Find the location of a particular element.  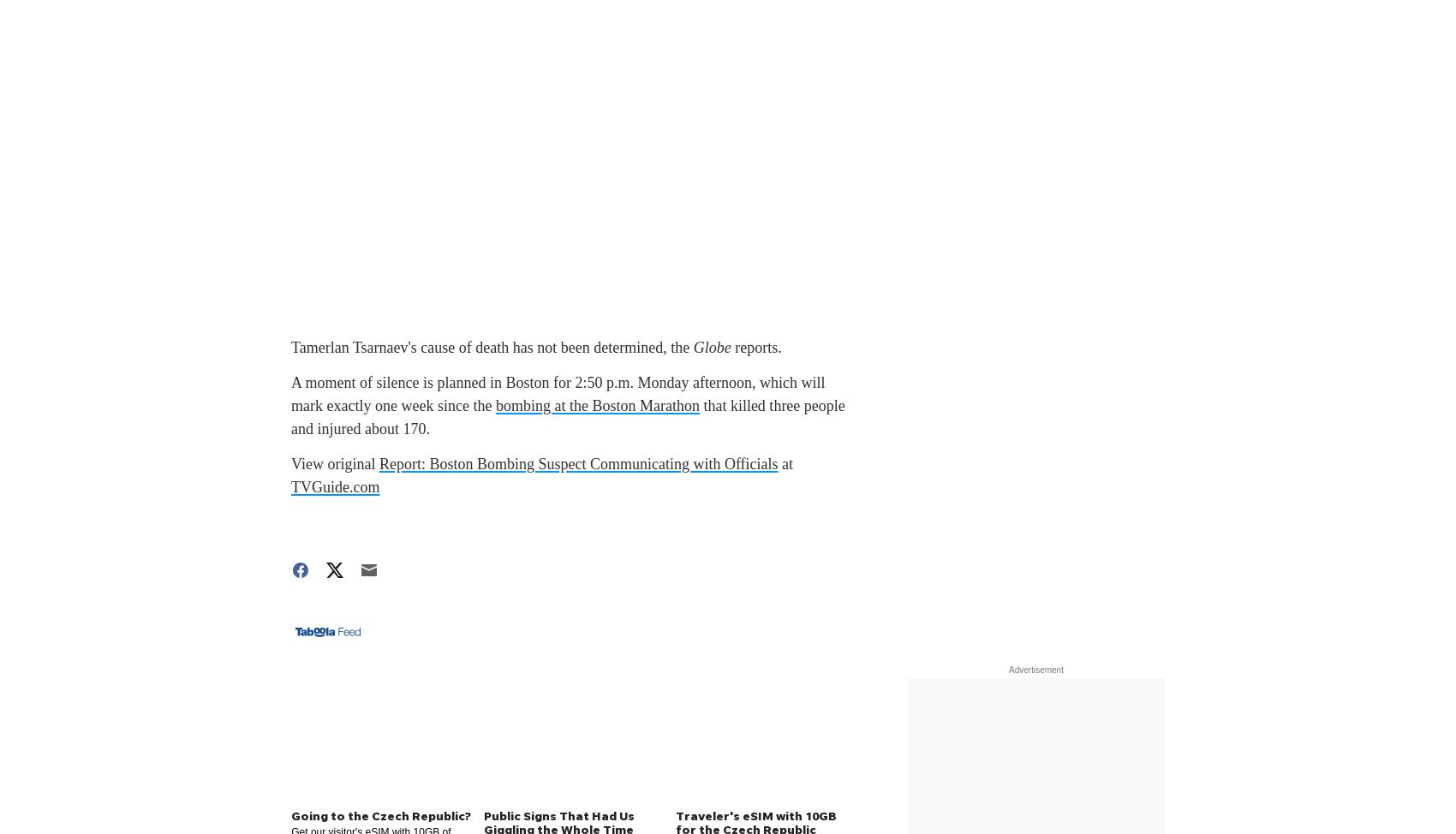

'A moment of silence is planned in Boston for 2:50 p.m. Monday afternoon, which will mark exactly one week since the' is located at coordinates (558, 393).